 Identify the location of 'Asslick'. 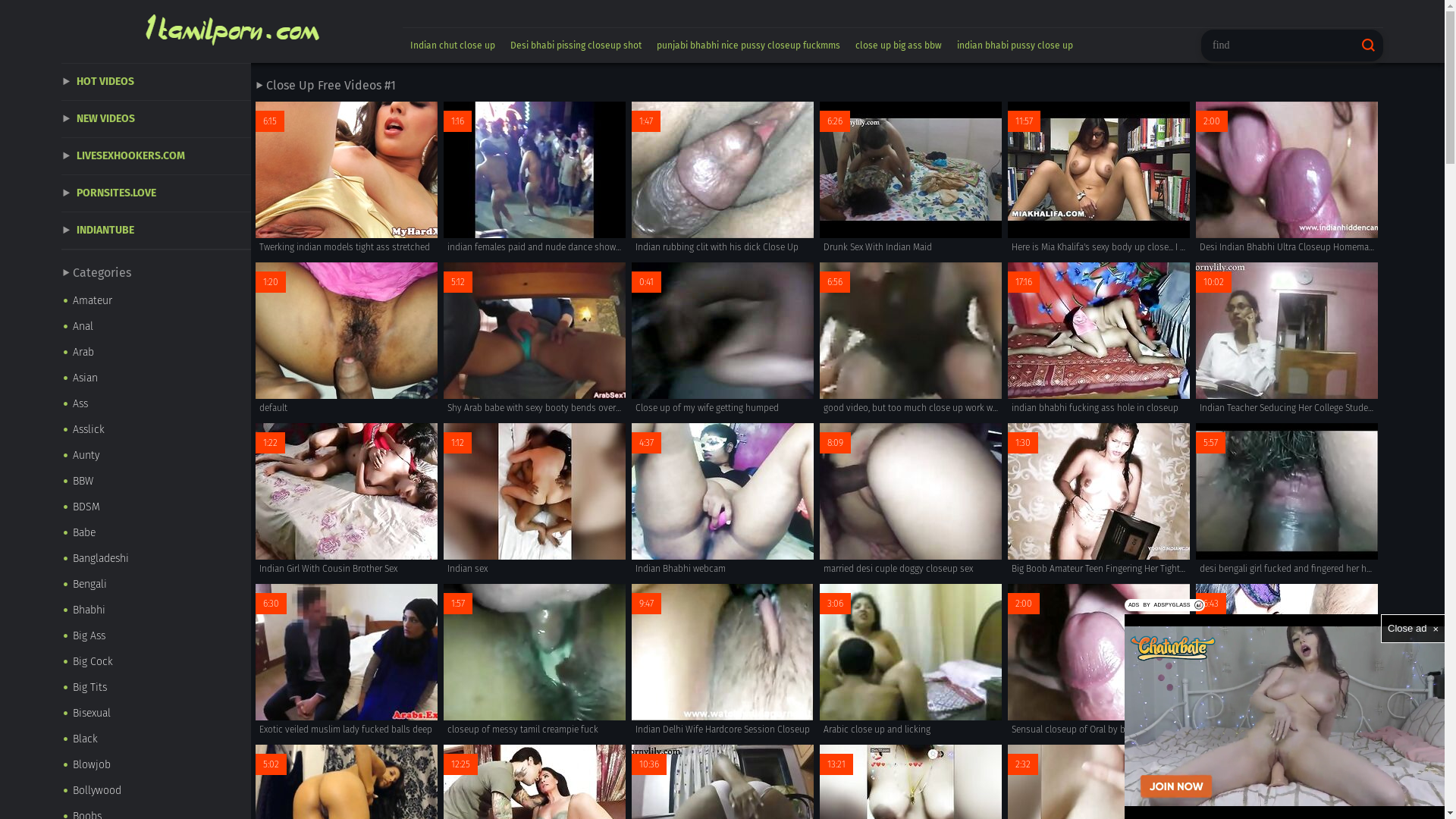
(156, 430).